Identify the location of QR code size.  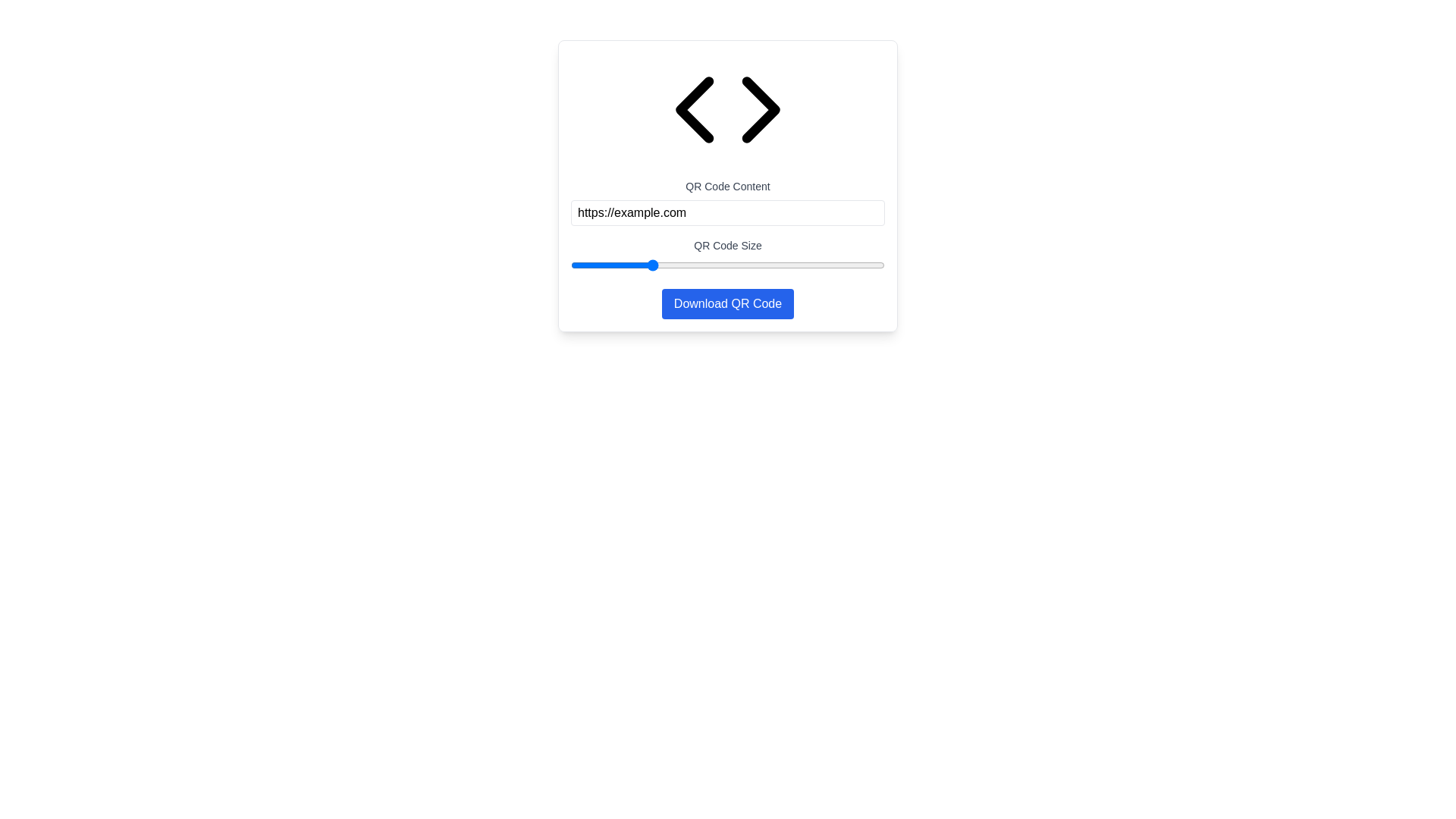
(737, 265).